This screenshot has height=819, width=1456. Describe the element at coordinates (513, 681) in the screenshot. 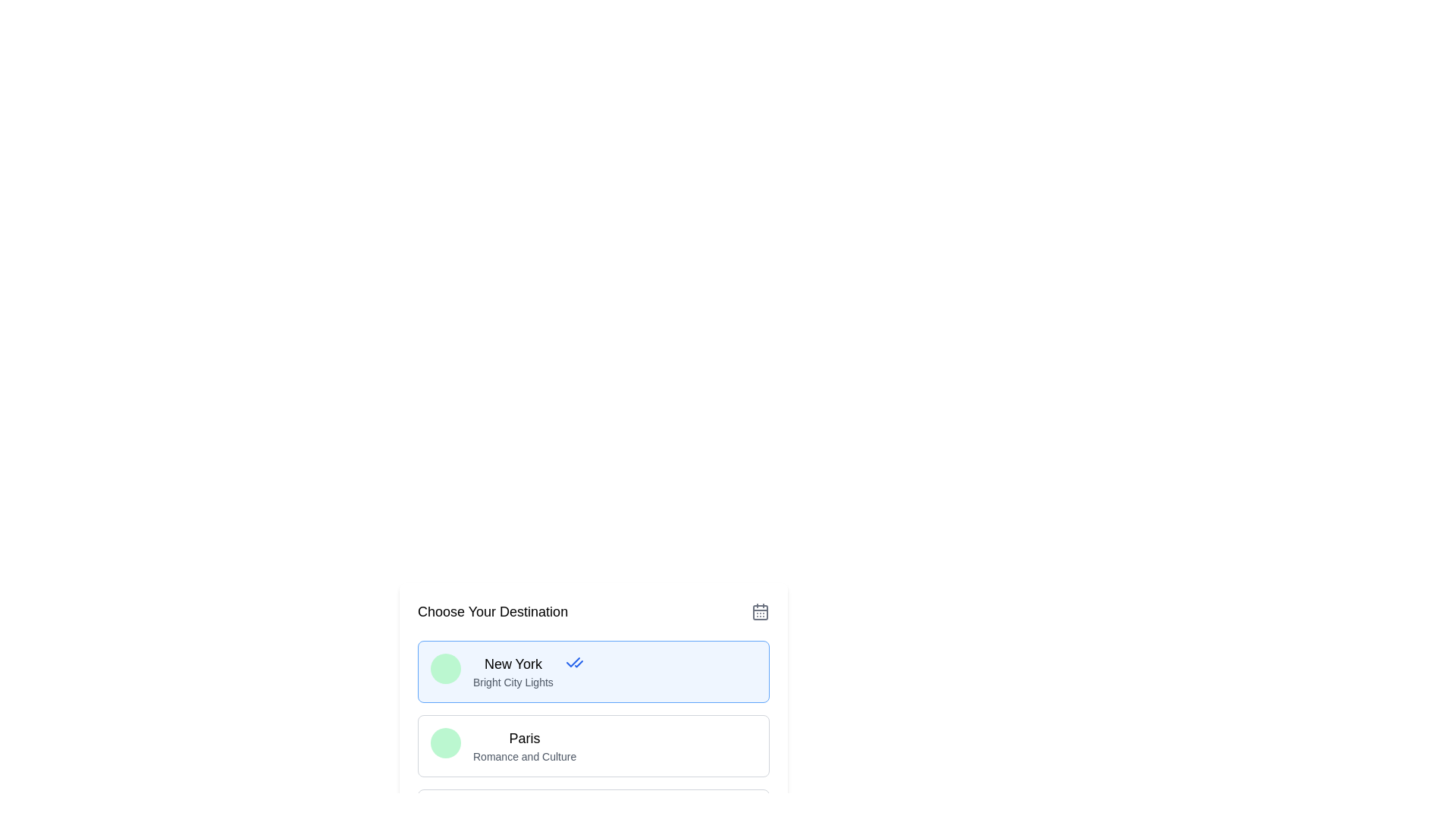

I see `the descriptive text label located below the 'New York' title within the card-like structure` at that location.